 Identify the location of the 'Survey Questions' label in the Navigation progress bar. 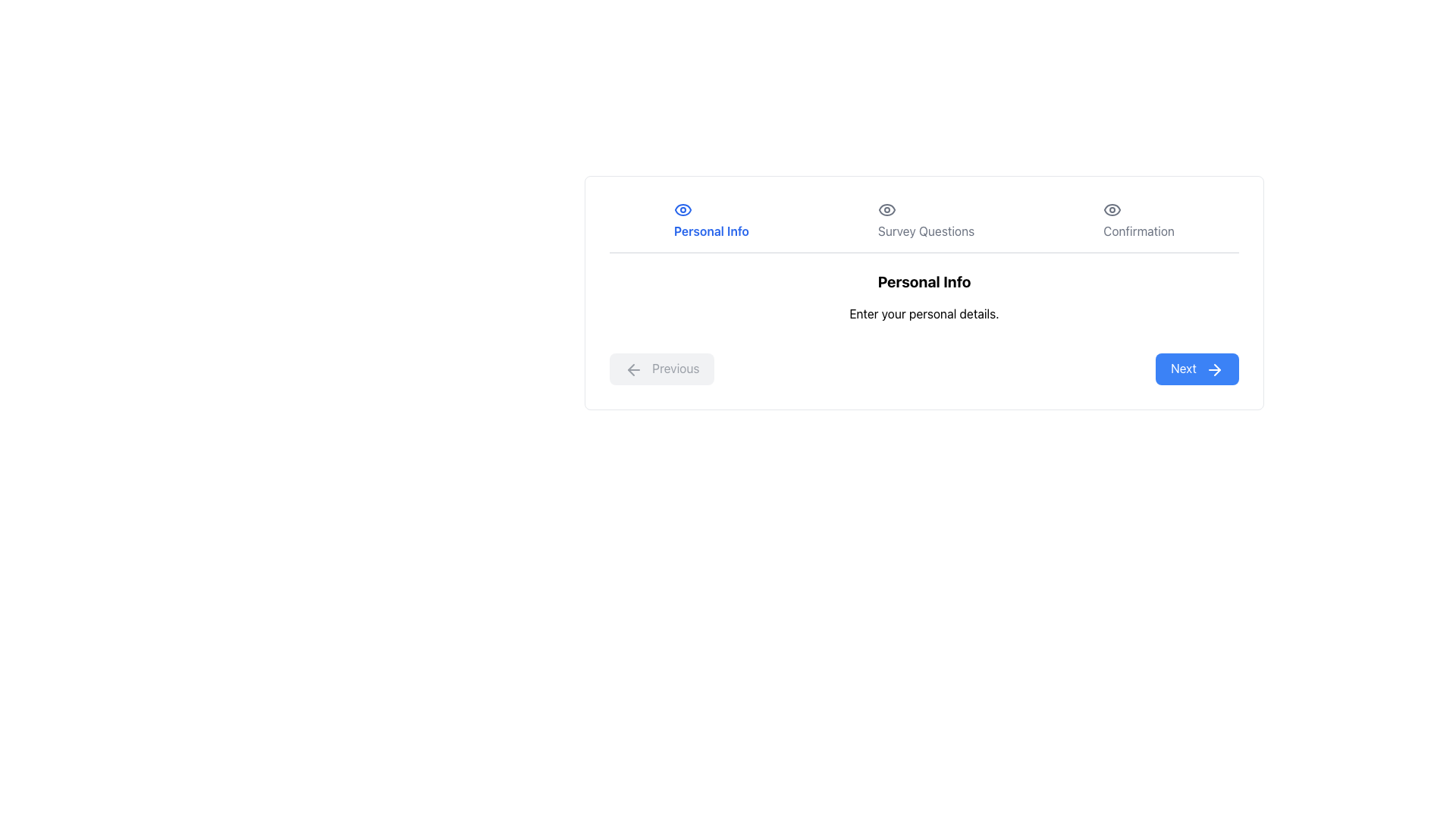
(924, 227).